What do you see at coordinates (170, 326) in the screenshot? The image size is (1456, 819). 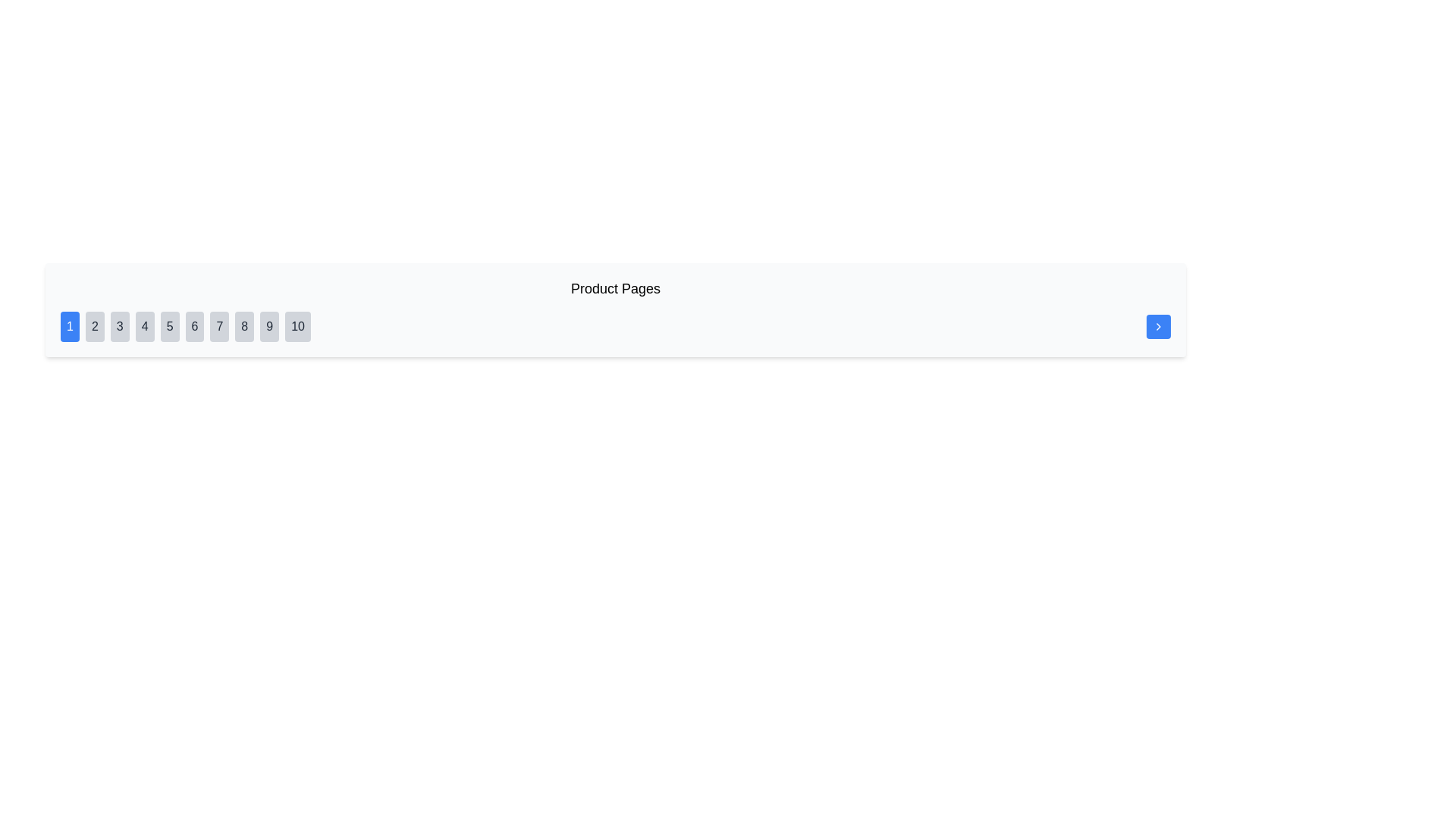 I see `the pagination button labeled '5'` at bounding box center [170, 326].